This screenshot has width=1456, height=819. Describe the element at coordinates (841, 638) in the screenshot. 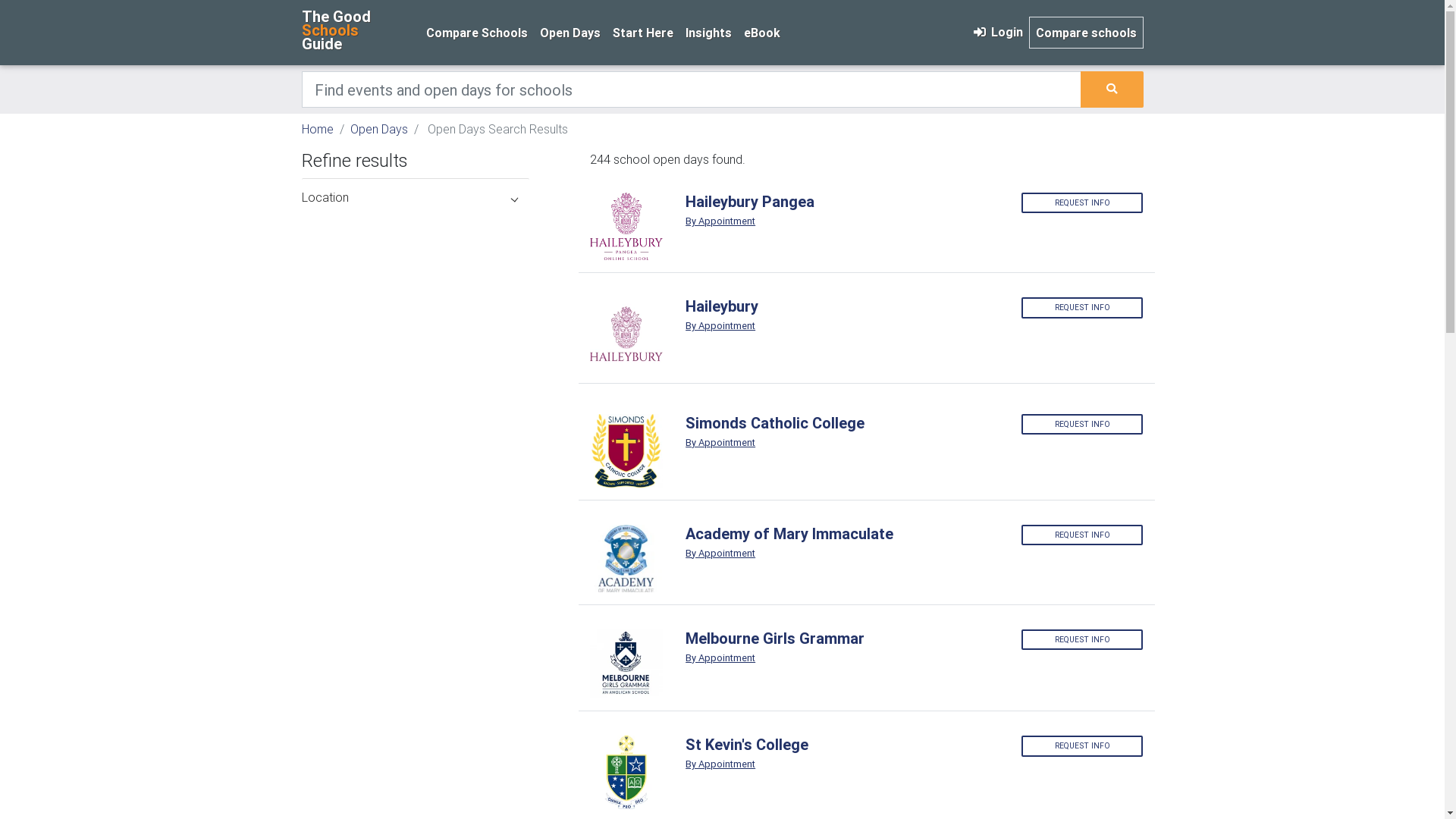

I see `'Melbourne Girls Grammar'` at that location.